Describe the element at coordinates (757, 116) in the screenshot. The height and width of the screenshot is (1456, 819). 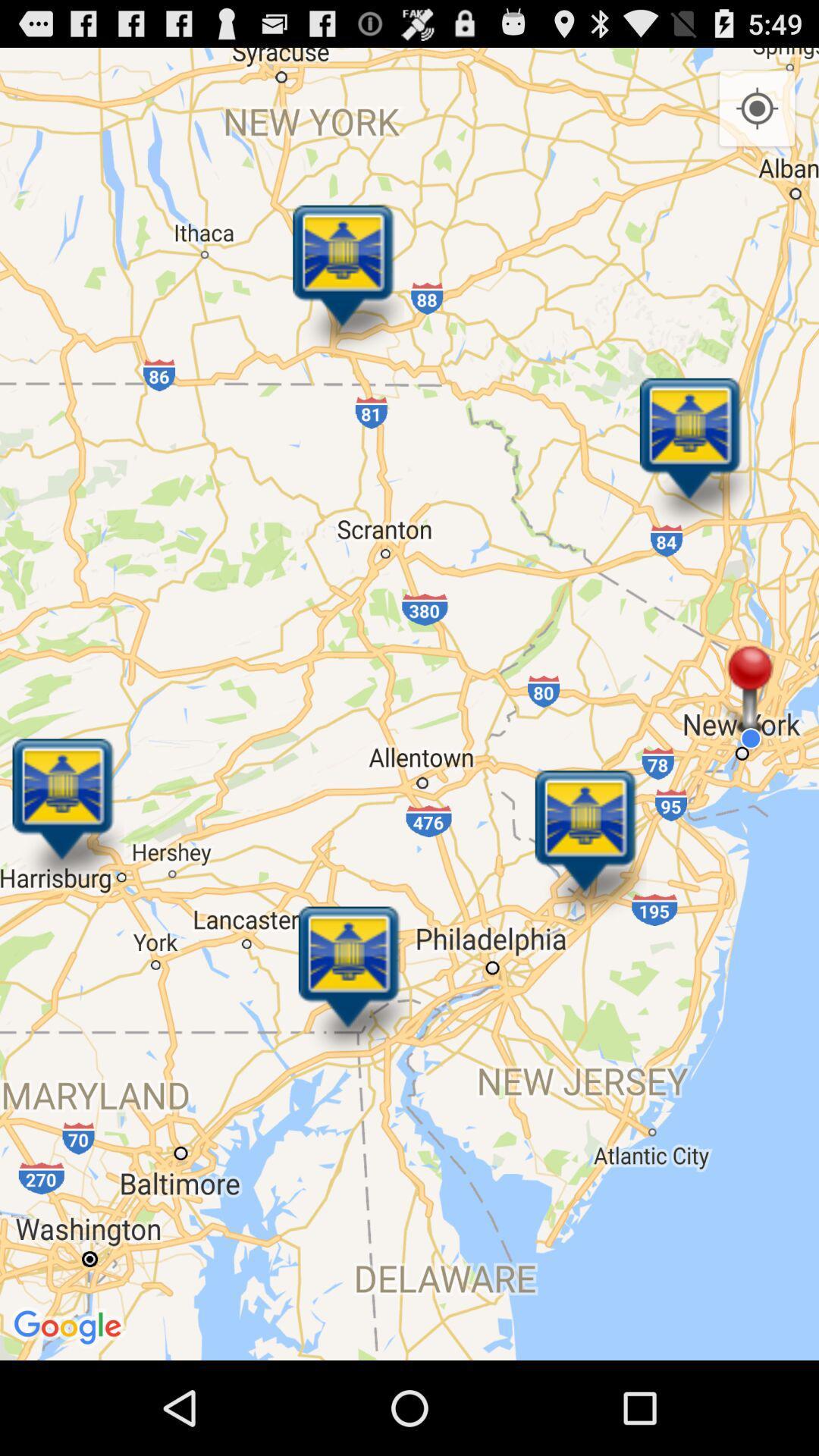
I see `the location_crosshair icon` at that location.